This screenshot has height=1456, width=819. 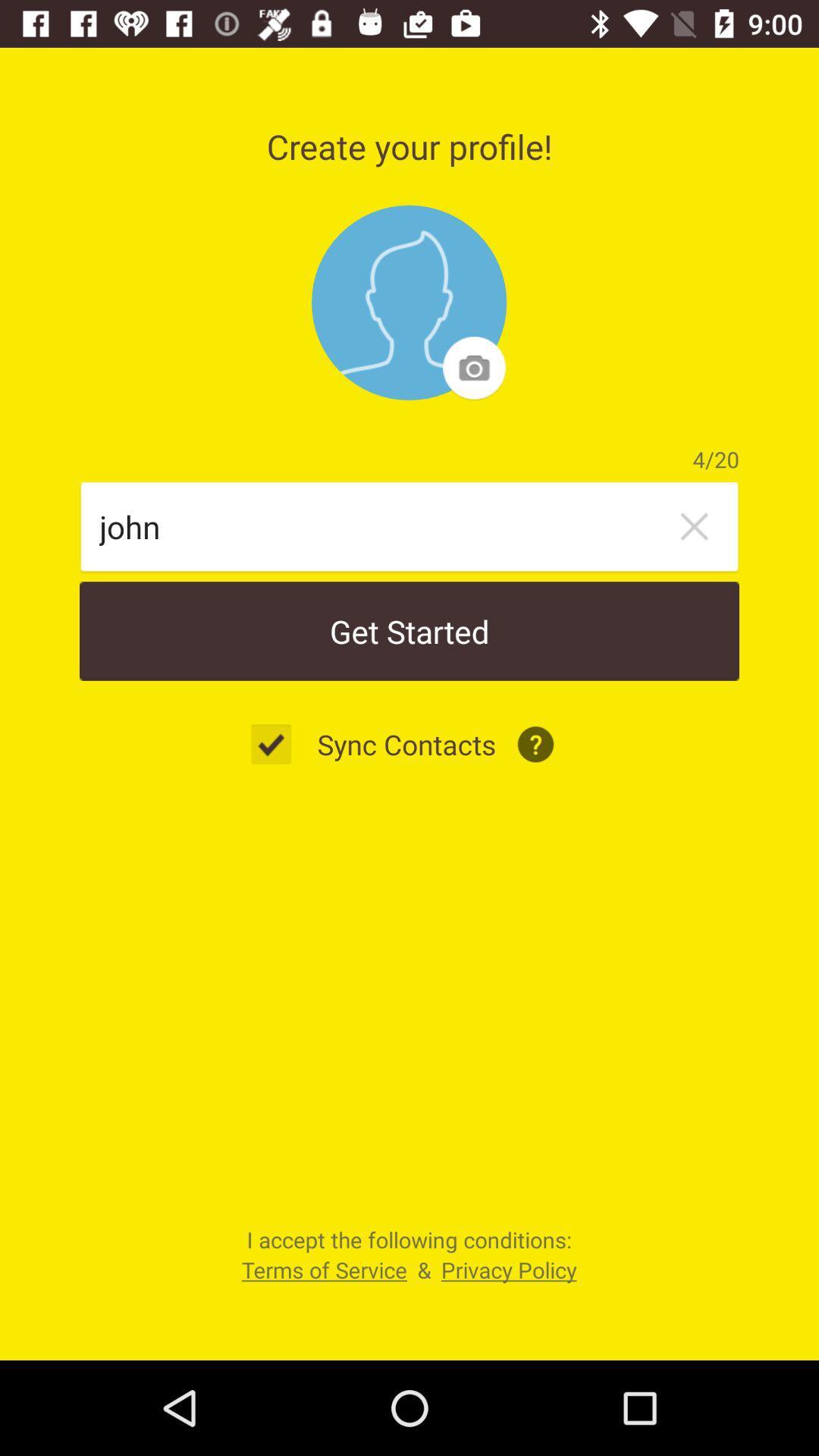 I want to click on item below the create your profile! icon, so click(x=408, y=303).